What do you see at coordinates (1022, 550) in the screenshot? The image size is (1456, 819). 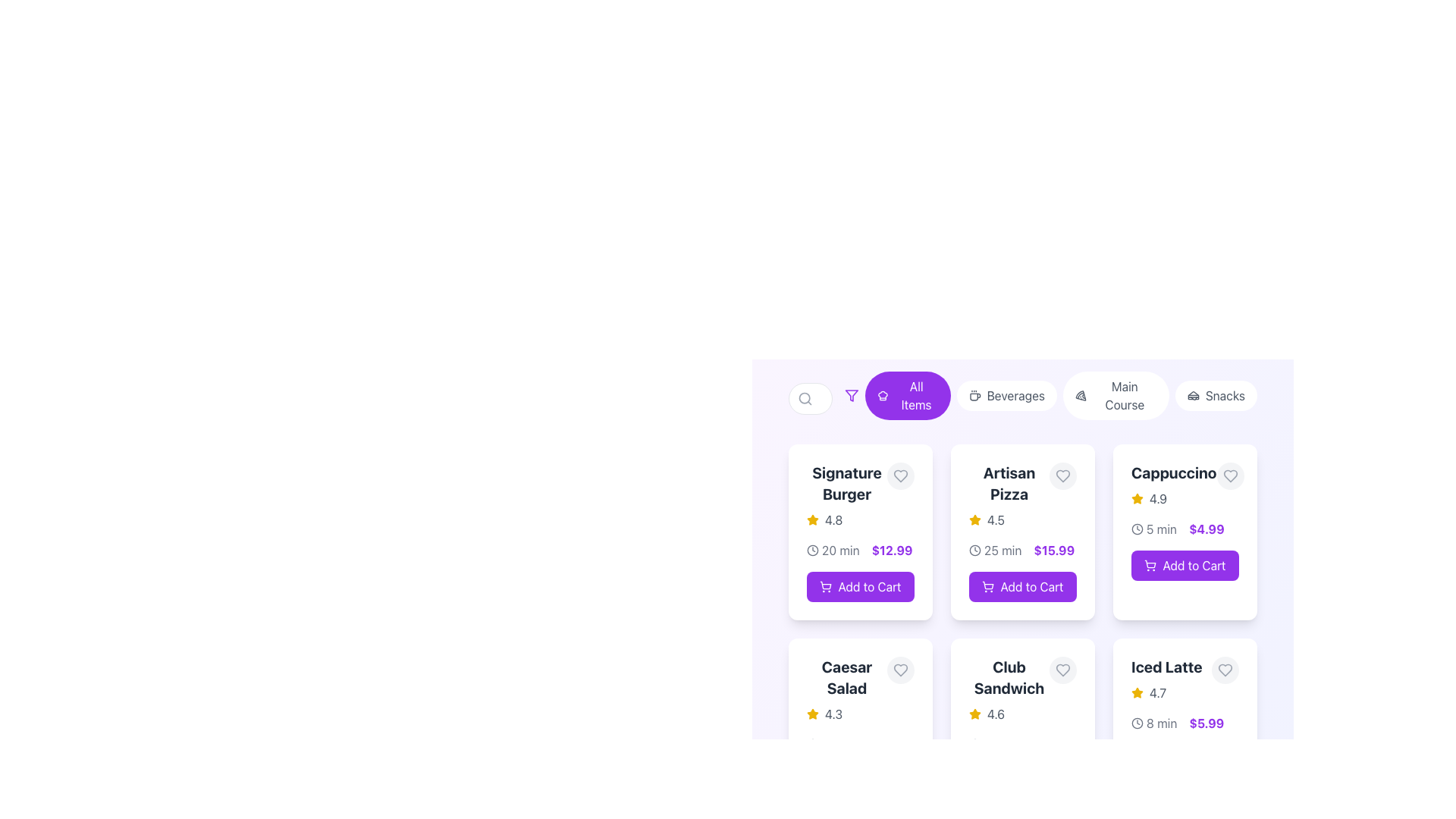 I see `the text display showing the estimated preparation time ('25 min') and price ('$15.99') for the 'Artisan Pizza' item located in the second card of the menu grid` at bounding box center [1022, 550].